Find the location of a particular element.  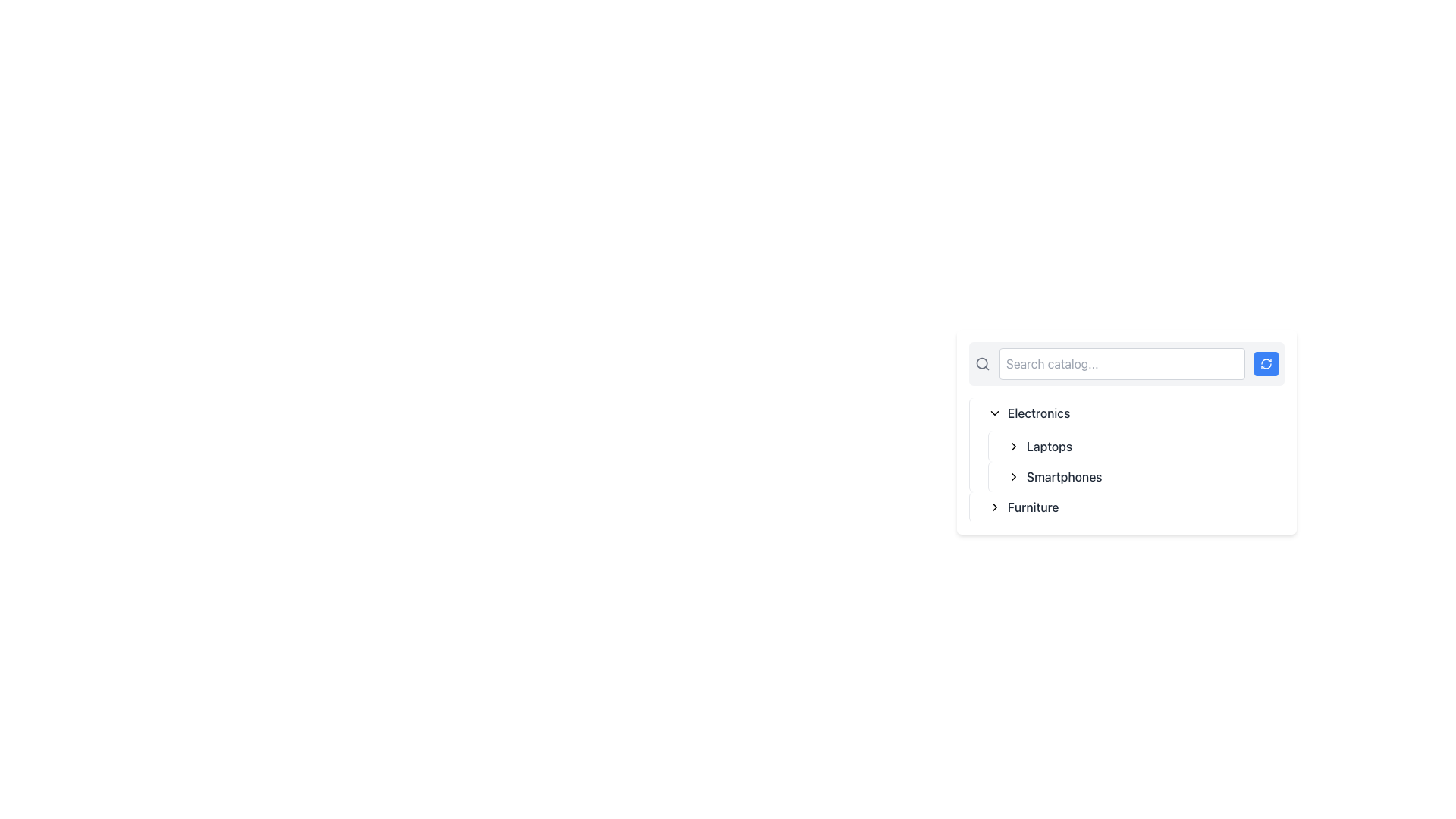

the 'Furniture' button in the navigation list is located at coordinates (1133, 507).